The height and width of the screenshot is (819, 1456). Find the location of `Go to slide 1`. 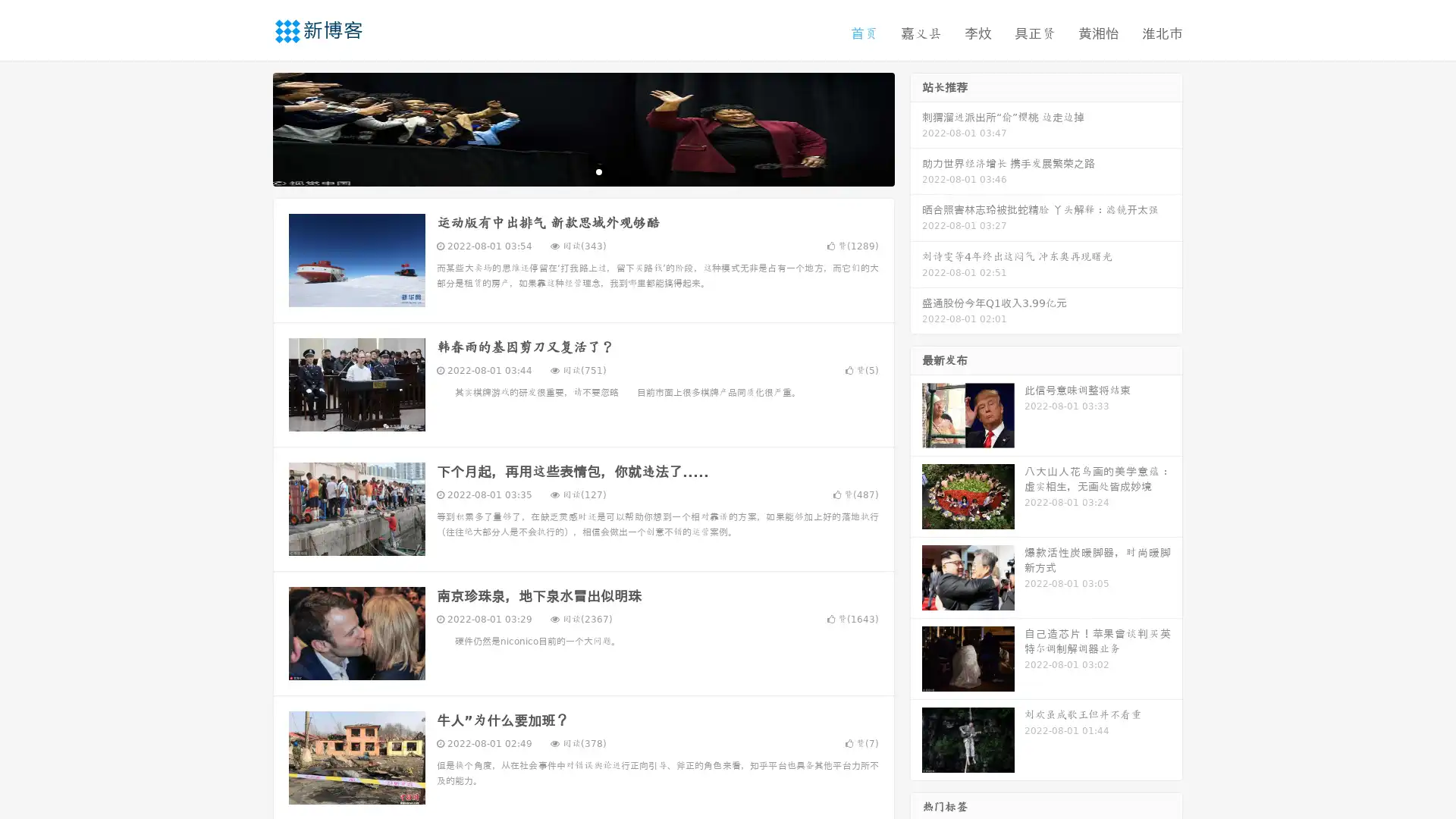

Go to slide 1 is located at coordinates (567, 171).